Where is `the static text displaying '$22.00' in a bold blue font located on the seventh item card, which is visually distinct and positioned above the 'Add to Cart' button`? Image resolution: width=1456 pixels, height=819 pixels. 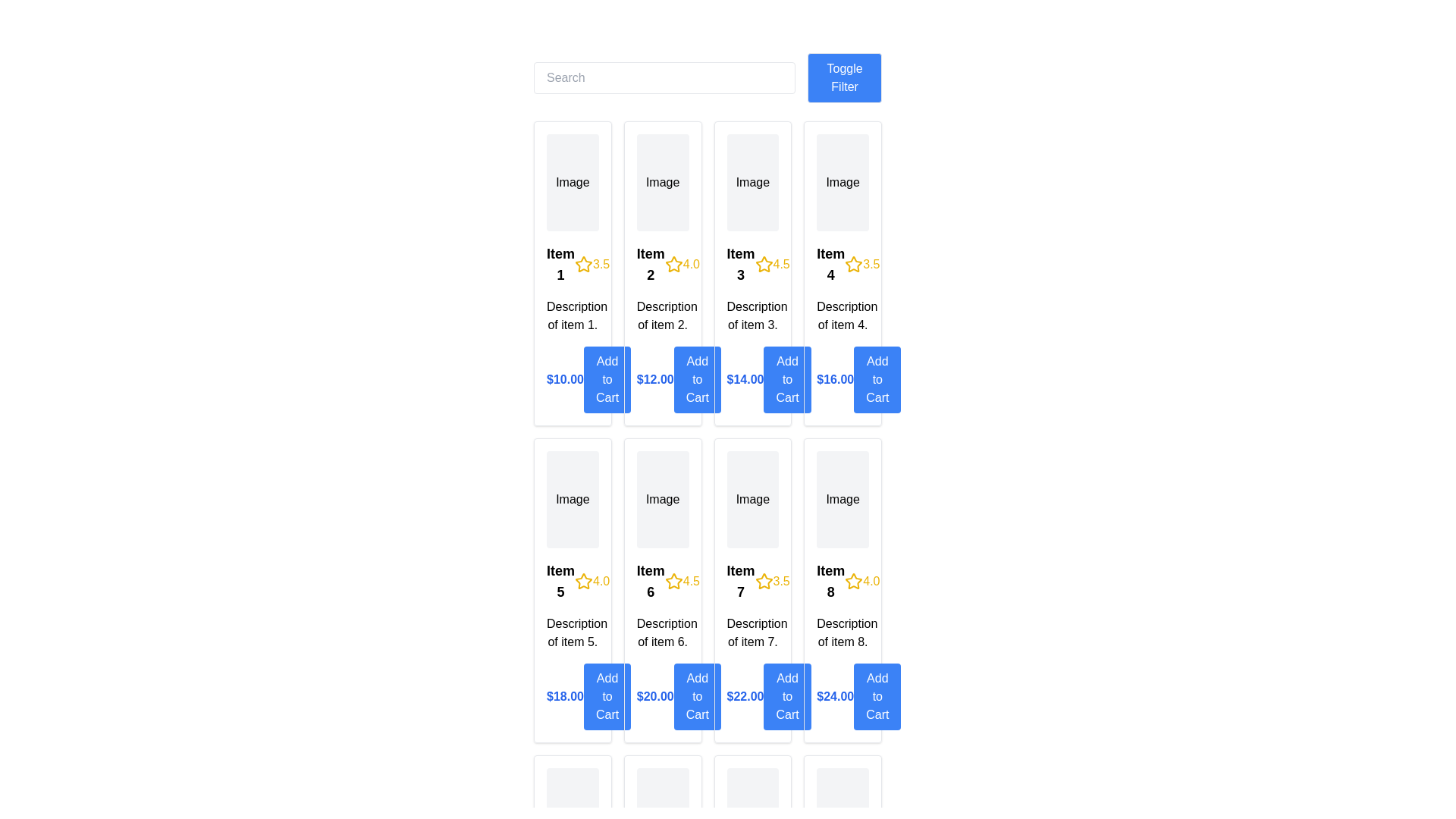
the static text displaying '$22.00' in a bold blue font located on the seventh item card, which is visually distinct and positioned above the 'Add to Cart' button is located at coordinates (745, 696).